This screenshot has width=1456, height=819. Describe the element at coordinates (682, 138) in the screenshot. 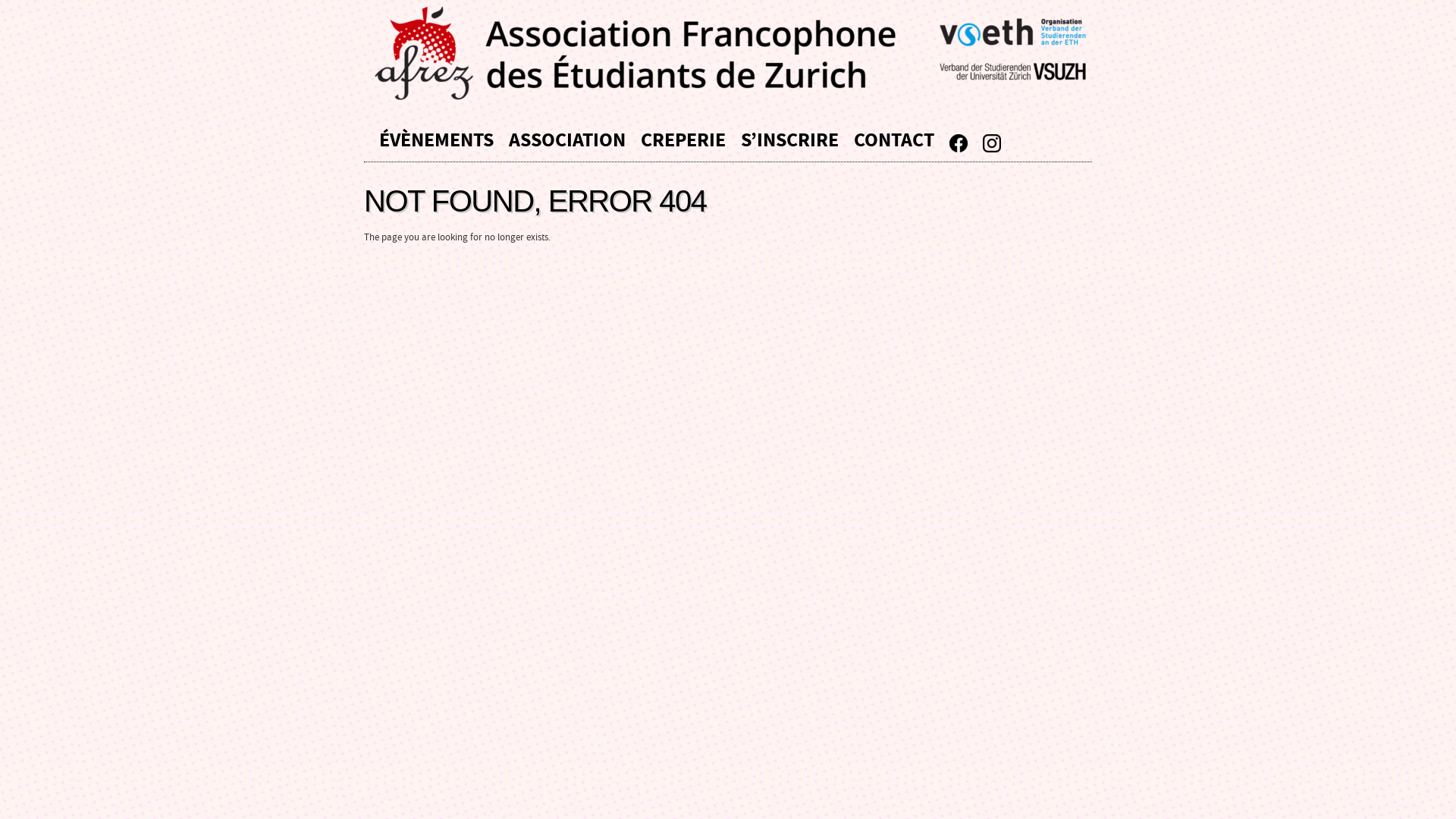

I see `'CREPERIE'` at that location.